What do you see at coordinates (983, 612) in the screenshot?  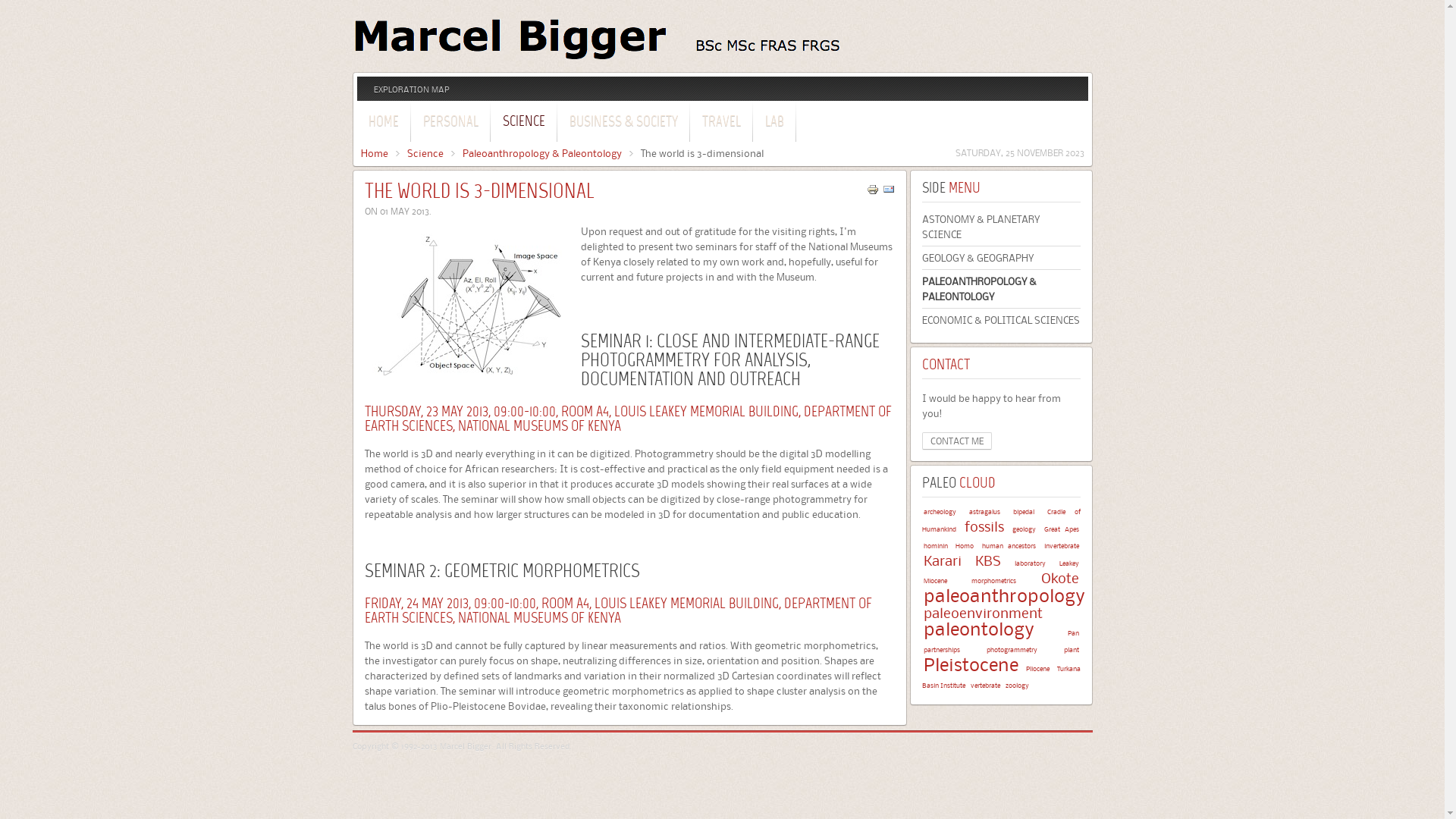 I see `'paleoenvironment'` at bounding box center [983, 612].